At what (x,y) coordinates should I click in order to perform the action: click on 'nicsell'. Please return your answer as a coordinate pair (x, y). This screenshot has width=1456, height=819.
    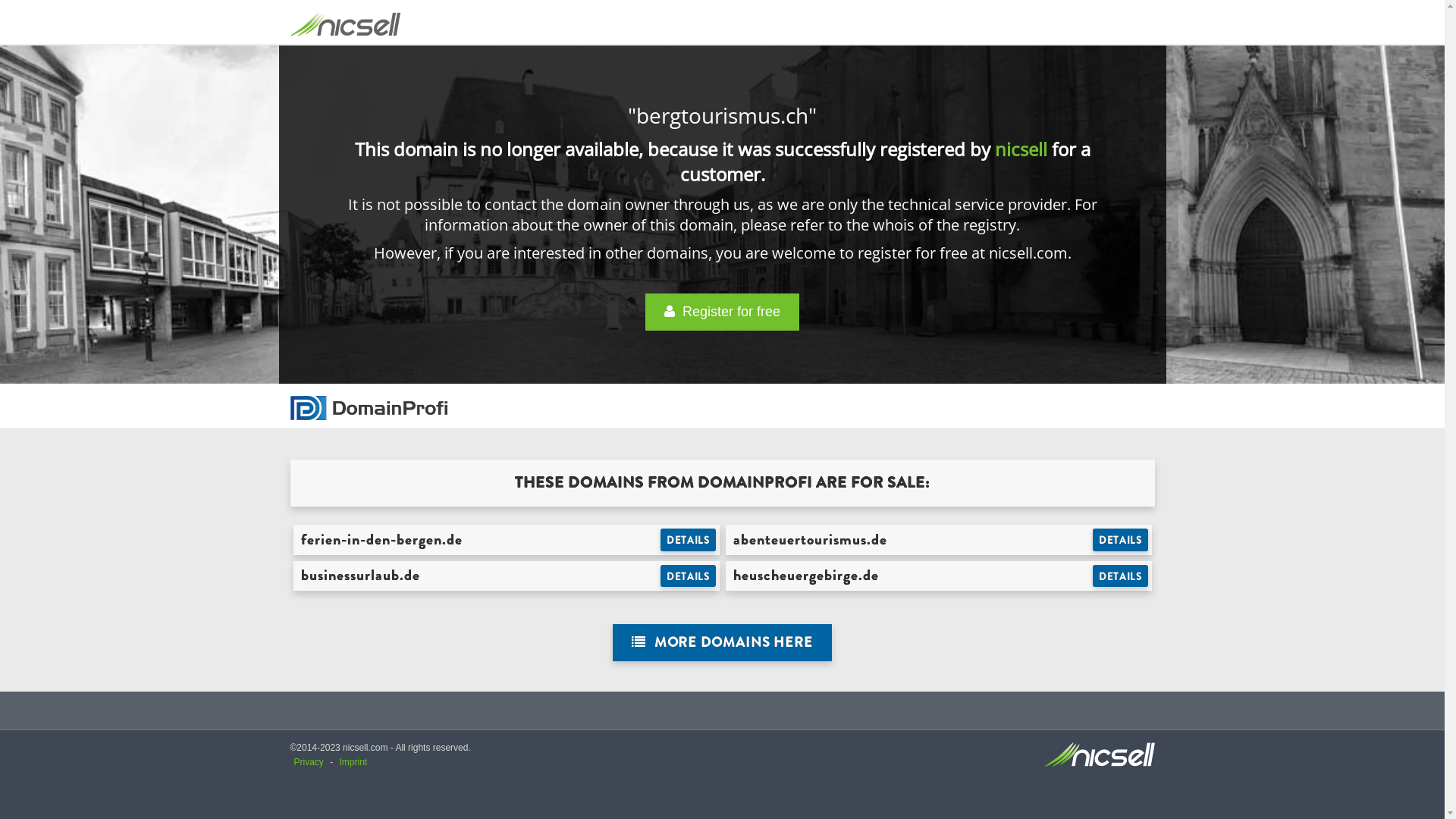
    Looking at the image, I should click on (1021, 149).